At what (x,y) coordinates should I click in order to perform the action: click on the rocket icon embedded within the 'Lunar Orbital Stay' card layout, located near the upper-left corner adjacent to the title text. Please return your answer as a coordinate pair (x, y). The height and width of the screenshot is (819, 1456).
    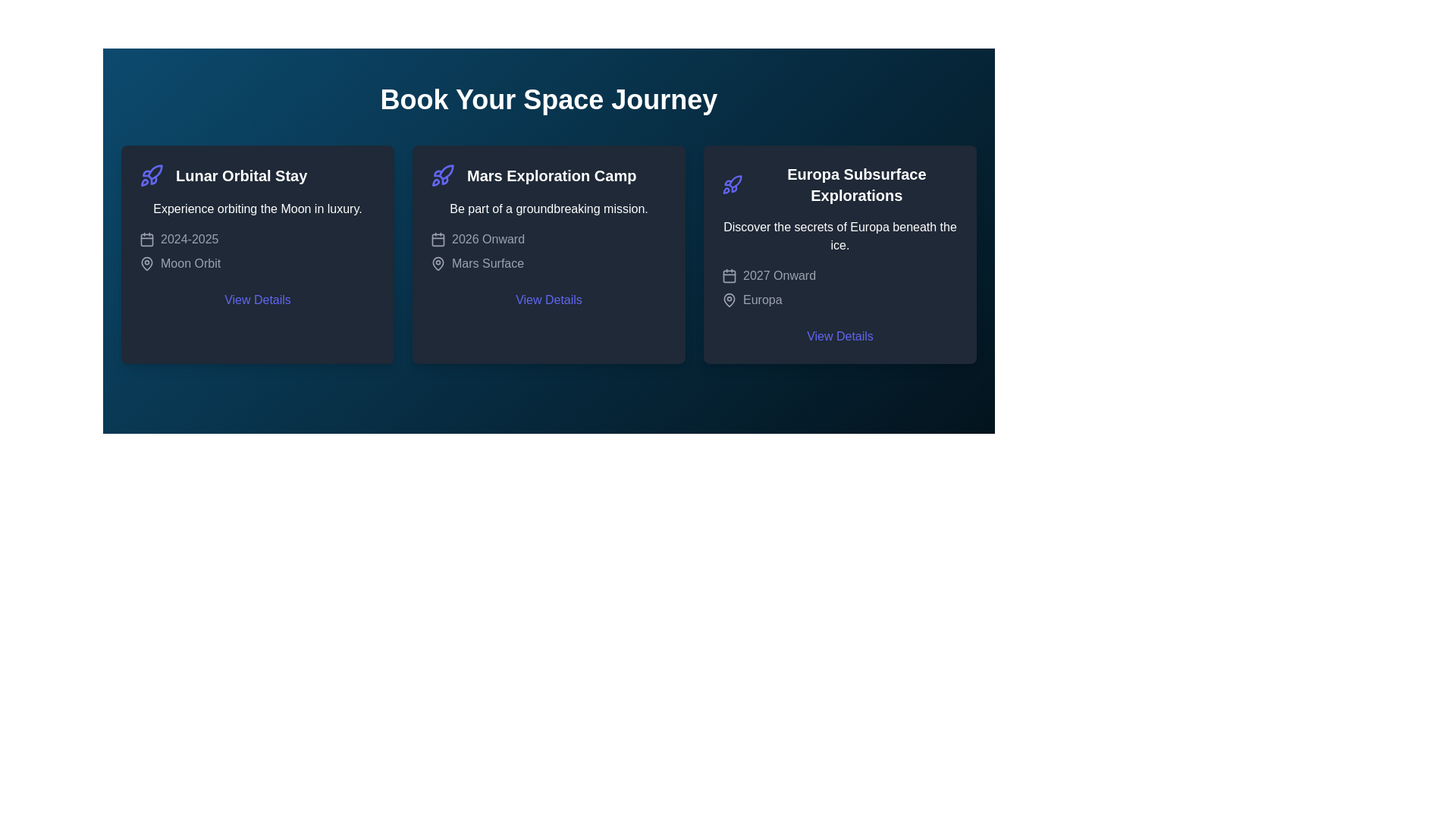
    Looking at the image, I should click on (155, 171).